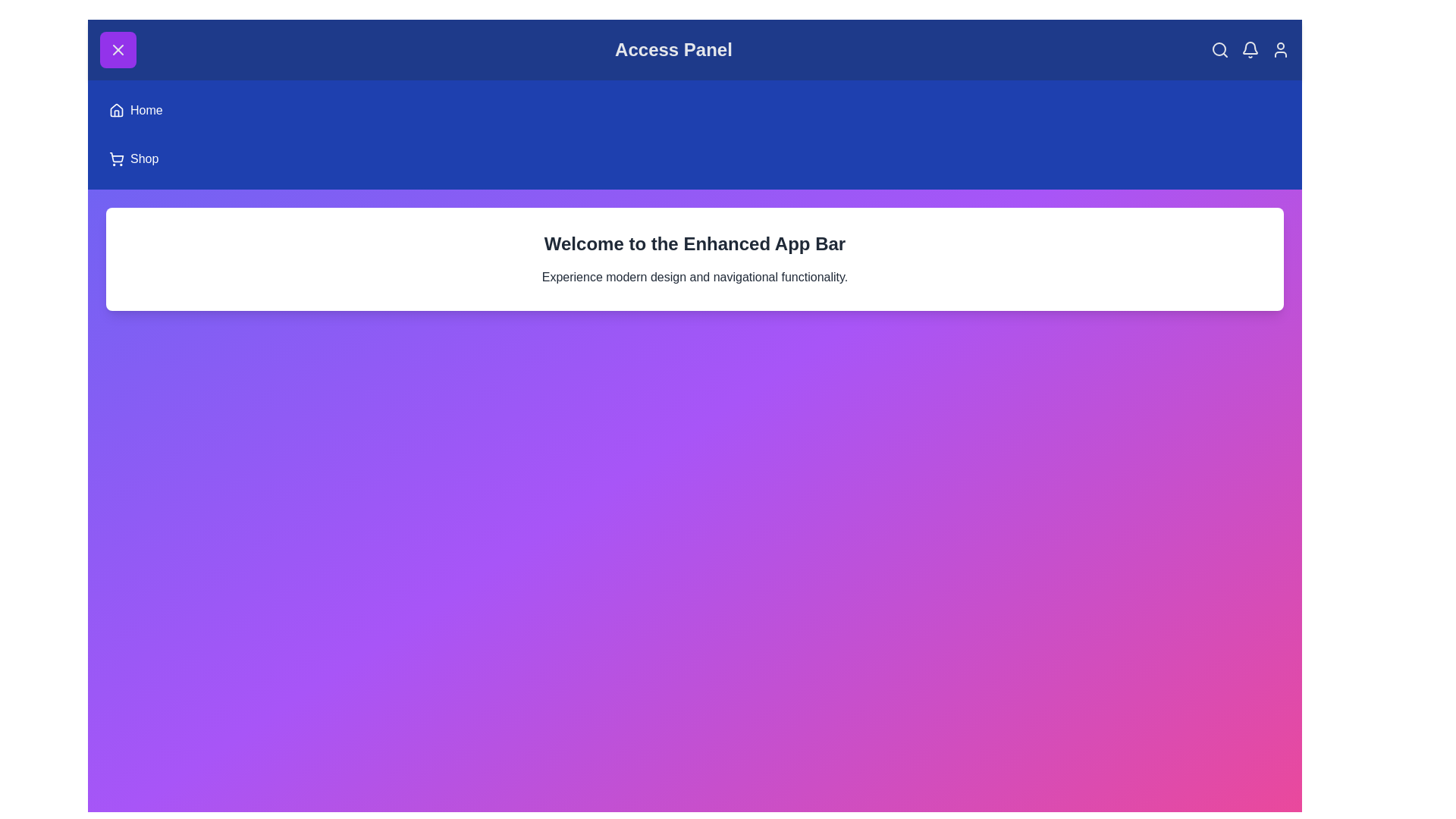 The width and height of the screenshot is (1456, 819). I want to click on the 'Notifications' icon, so click(1250, 49).